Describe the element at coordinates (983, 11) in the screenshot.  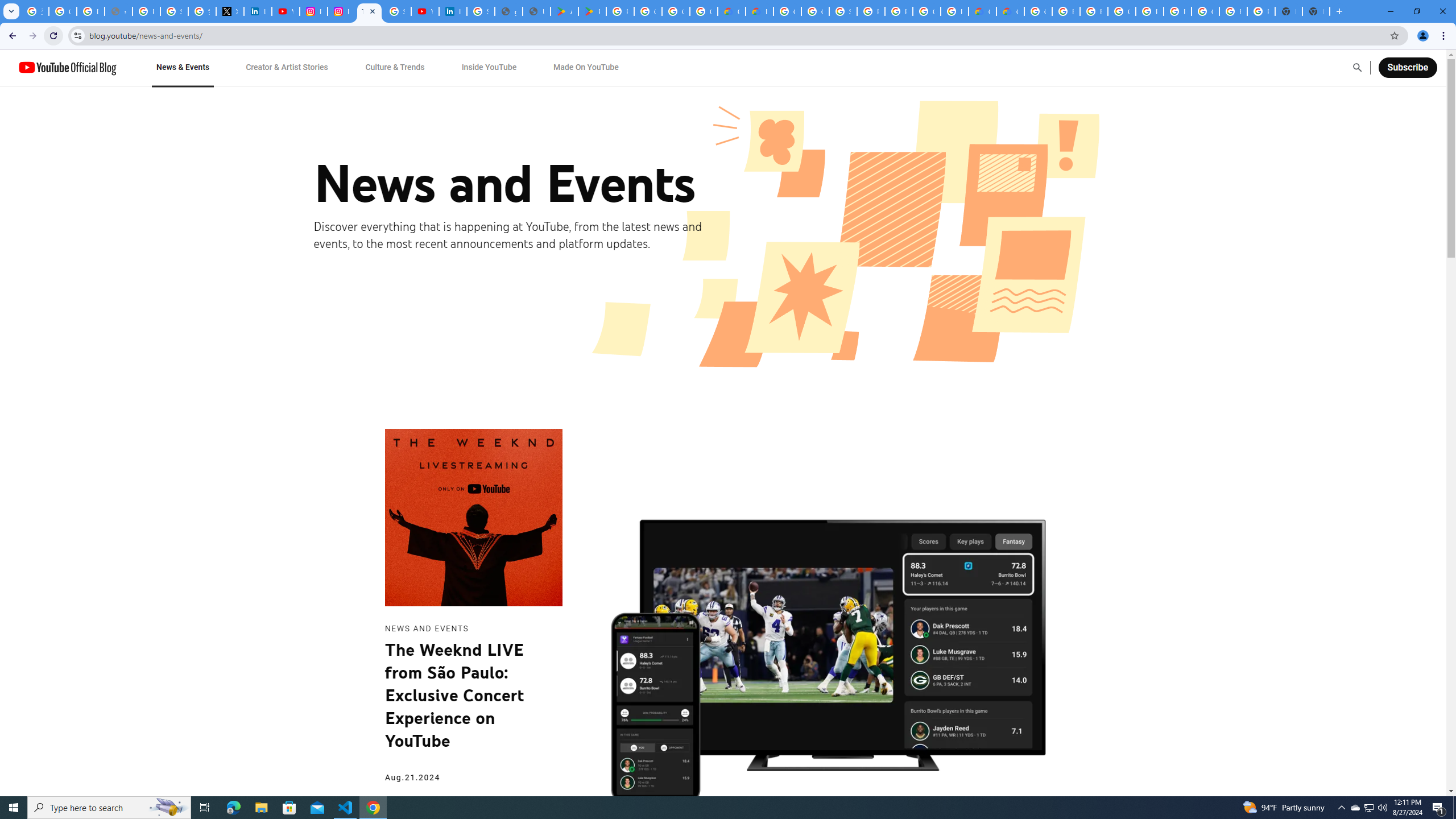
I see `'Customer Care | Google Cloud'` at that location.